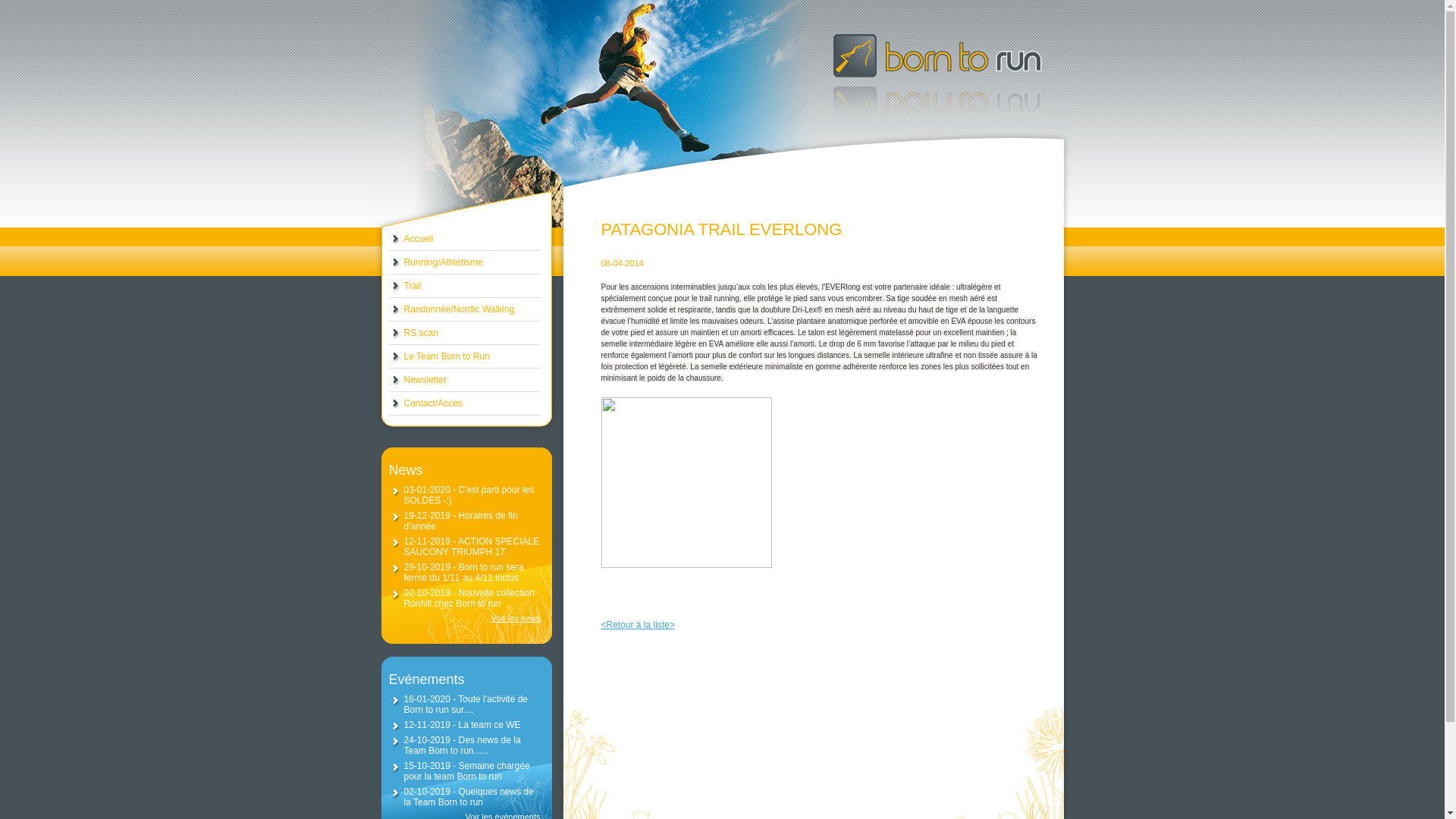  What do you see at coordinates (468, 598) in the screenshot?
I see `'02-10-2019 - Nouvelle collection Ronhill chez Born to run'` at bounding box center [468, 598].